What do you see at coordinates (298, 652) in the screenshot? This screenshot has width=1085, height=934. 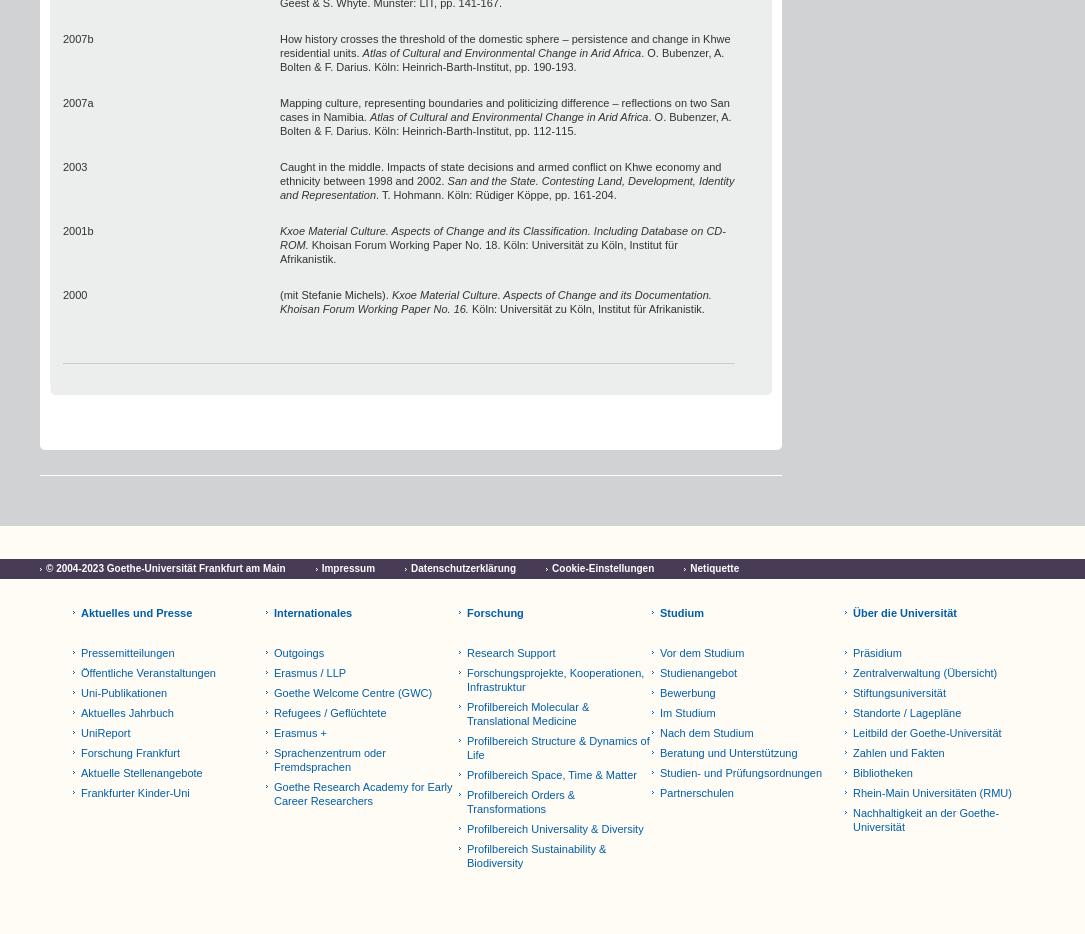 I see `'Outgoings'` at bounding box center [298, 652].